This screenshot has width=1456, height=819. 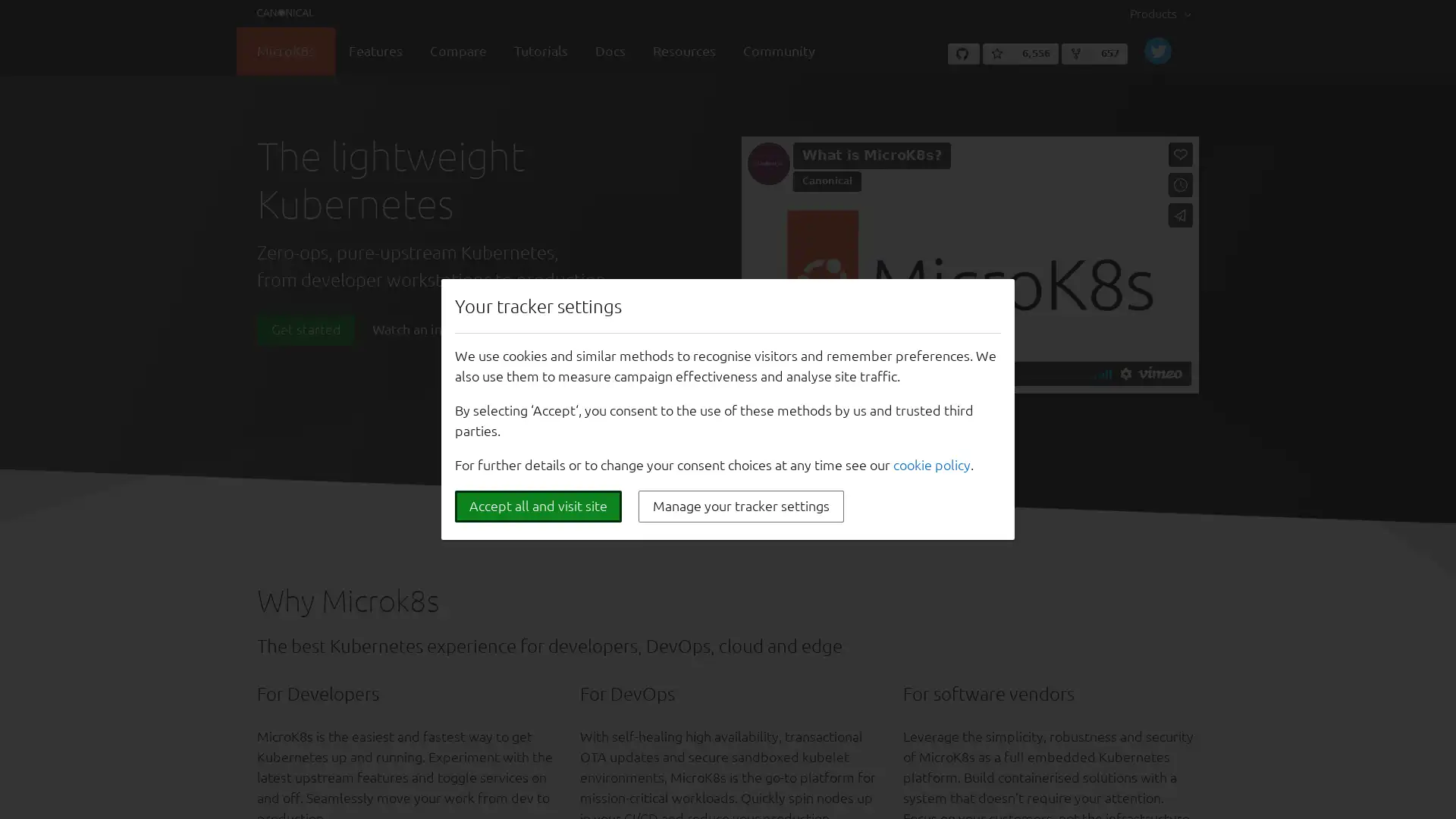 I want to click on Accept all and visit site, so click(x=538, y=506).